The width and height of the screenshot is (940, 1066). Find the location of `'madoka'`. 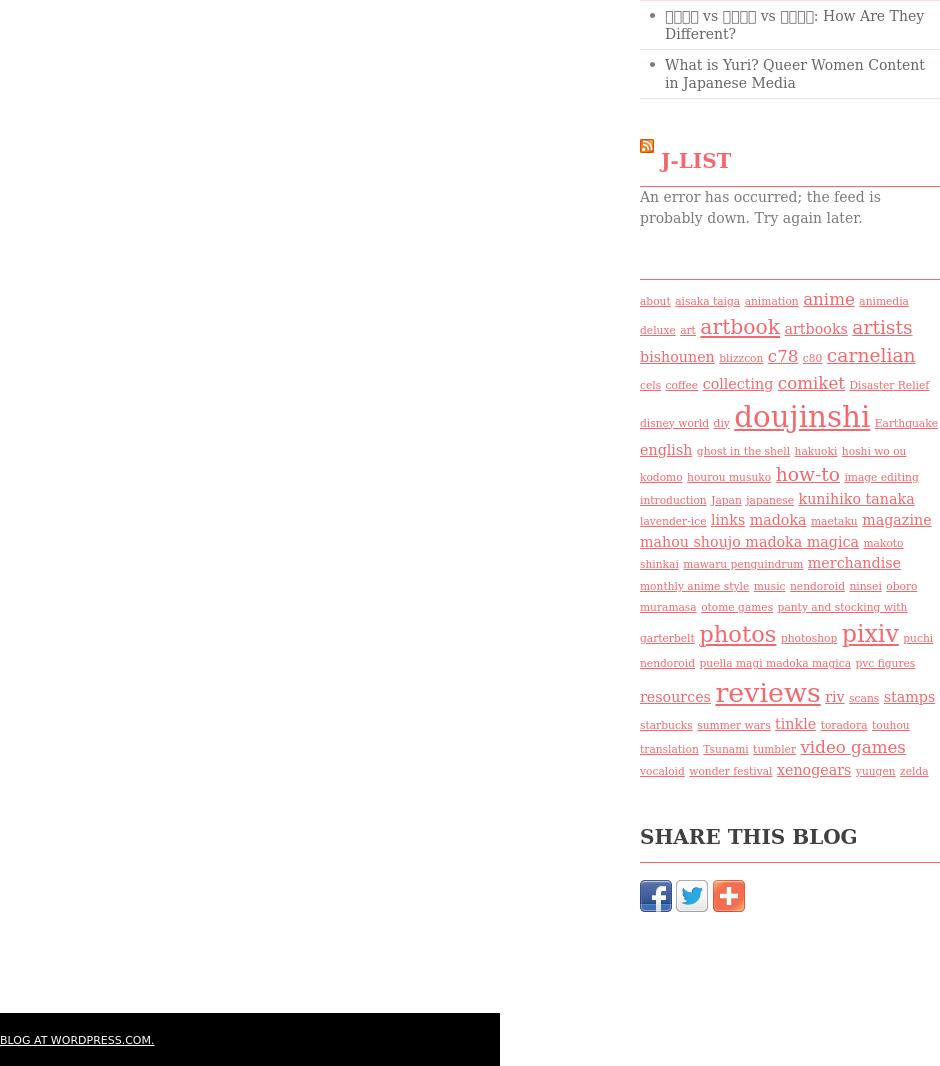

'madoka' is located at coordinates (776, 519).